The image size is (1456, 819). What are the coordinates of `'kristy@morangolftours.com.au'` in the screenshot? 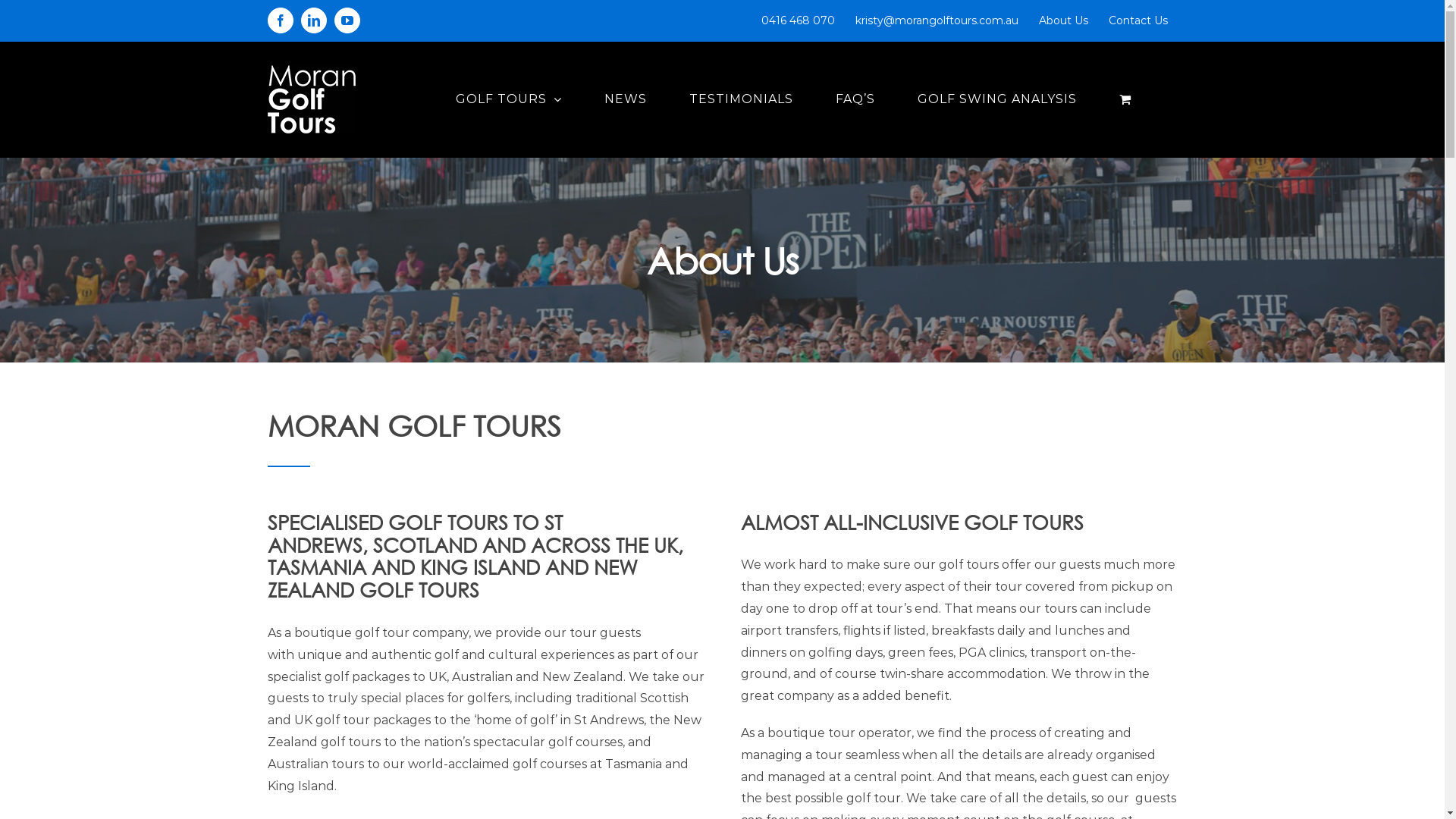 It's located at (935, 20).